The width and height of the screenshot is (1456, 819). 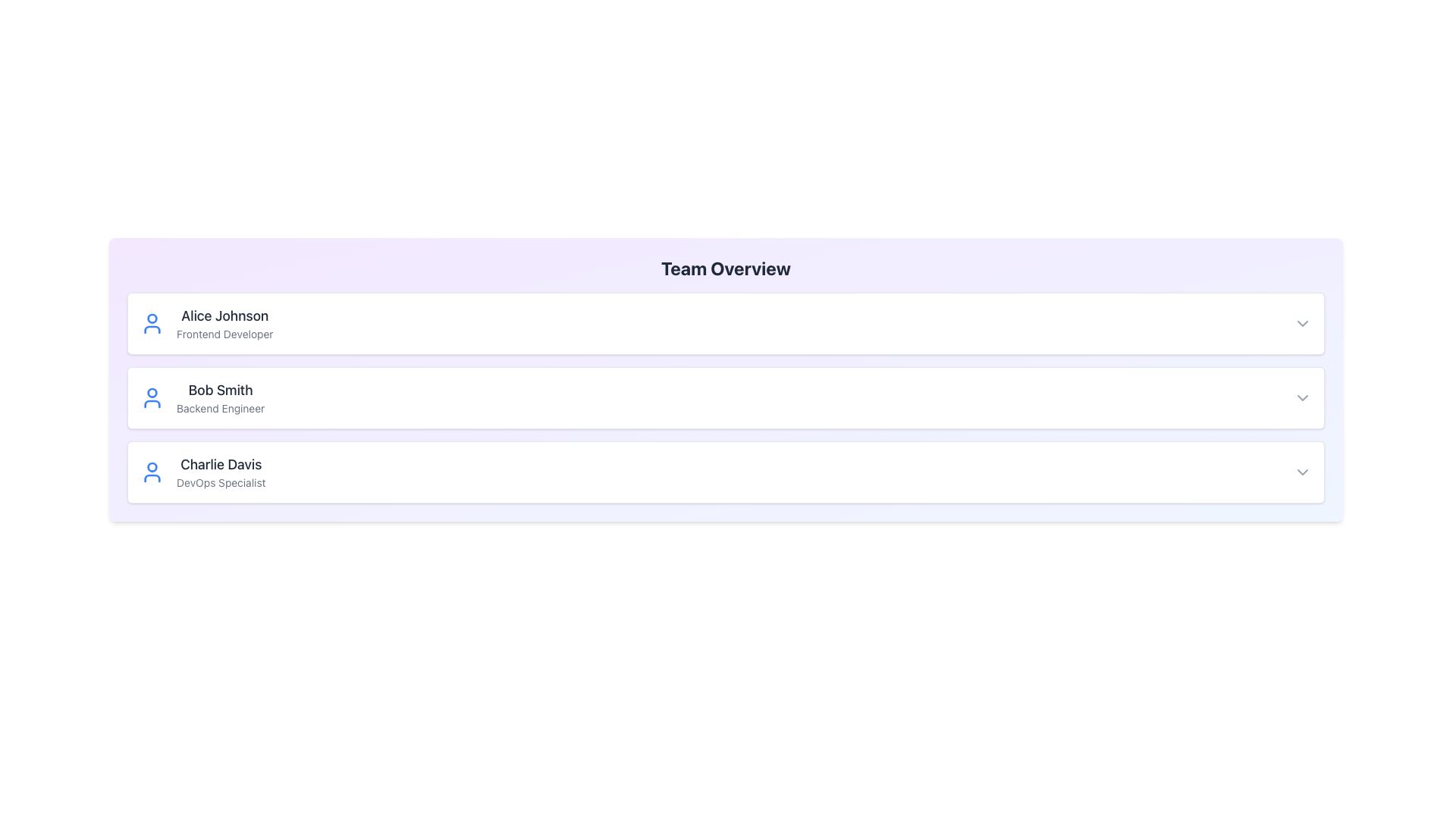 I want to click on the Icon graphic part representing user 'Bob Smith', situated towards the center of the icon composition, beneath the circular head section, so click(x=152, y=403).